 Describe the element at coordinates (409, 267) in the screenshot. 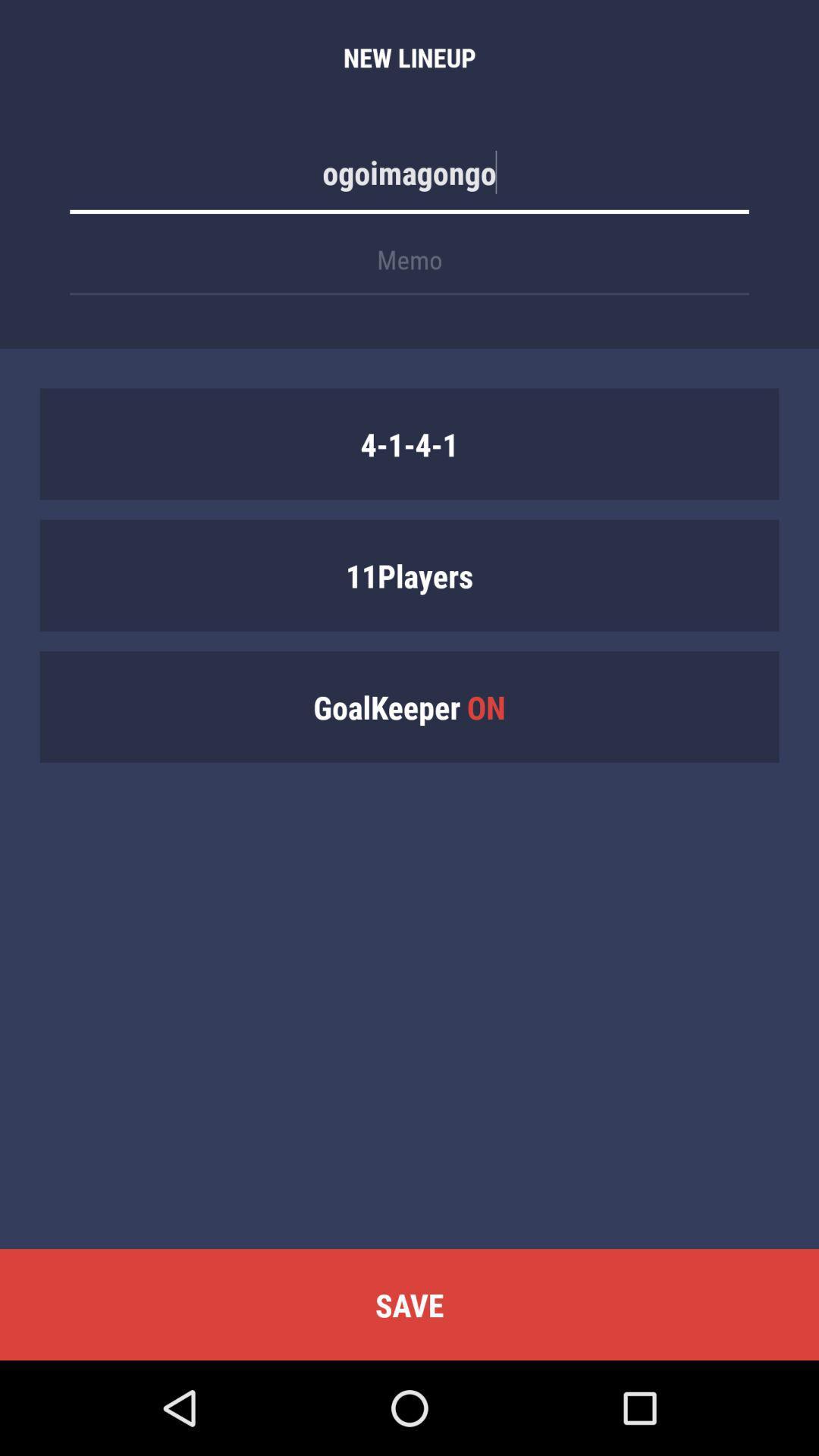

I see `item above 4 1 4 item` at that location.